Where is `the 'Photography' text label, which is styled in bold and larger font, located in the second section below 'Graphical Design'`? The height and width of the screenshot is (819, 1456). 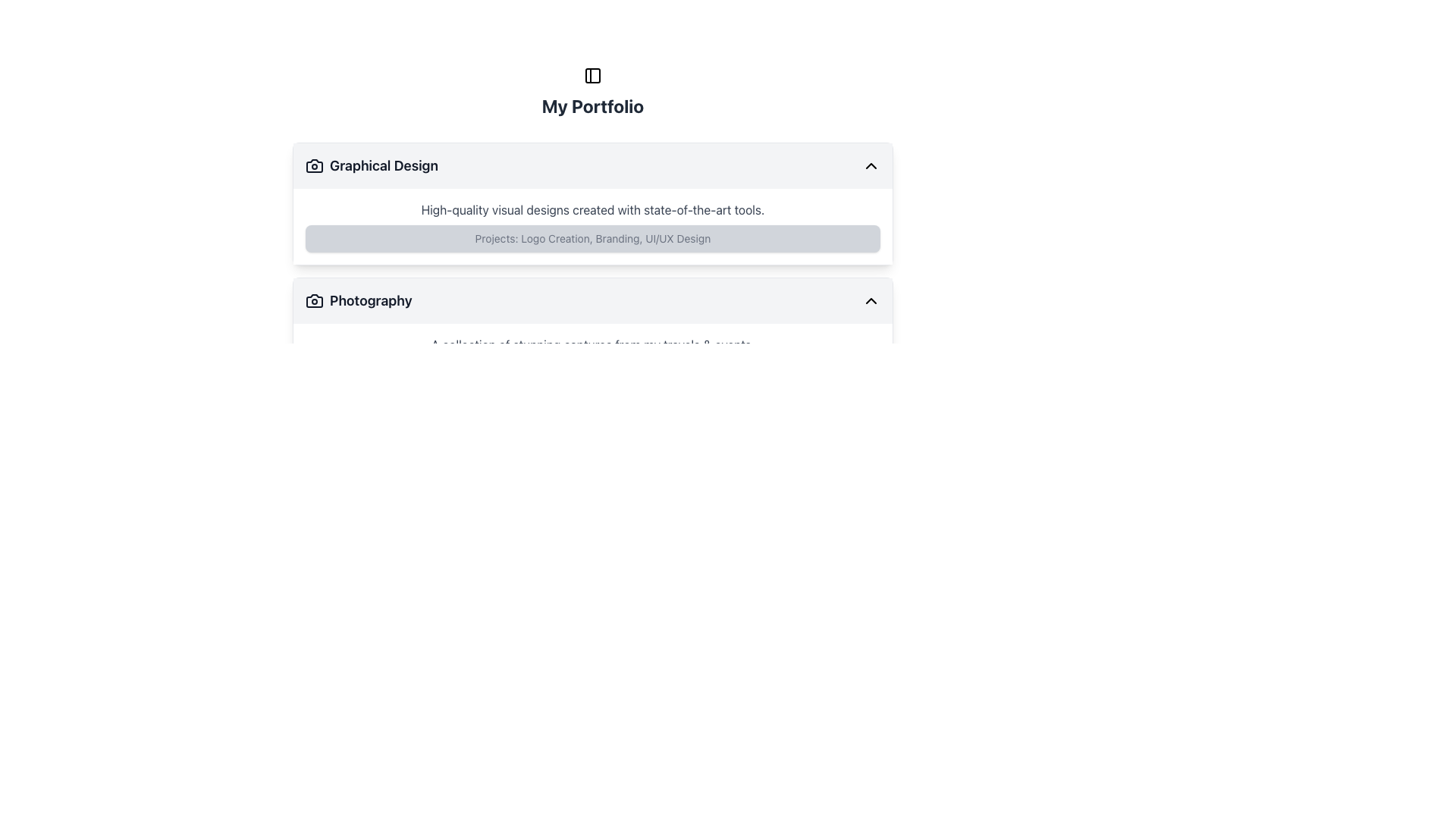 the 'Photography' text label, which is styled in bold and larger font, located in the second section below 'Graphical Design' is located at coordinates (358, 301).